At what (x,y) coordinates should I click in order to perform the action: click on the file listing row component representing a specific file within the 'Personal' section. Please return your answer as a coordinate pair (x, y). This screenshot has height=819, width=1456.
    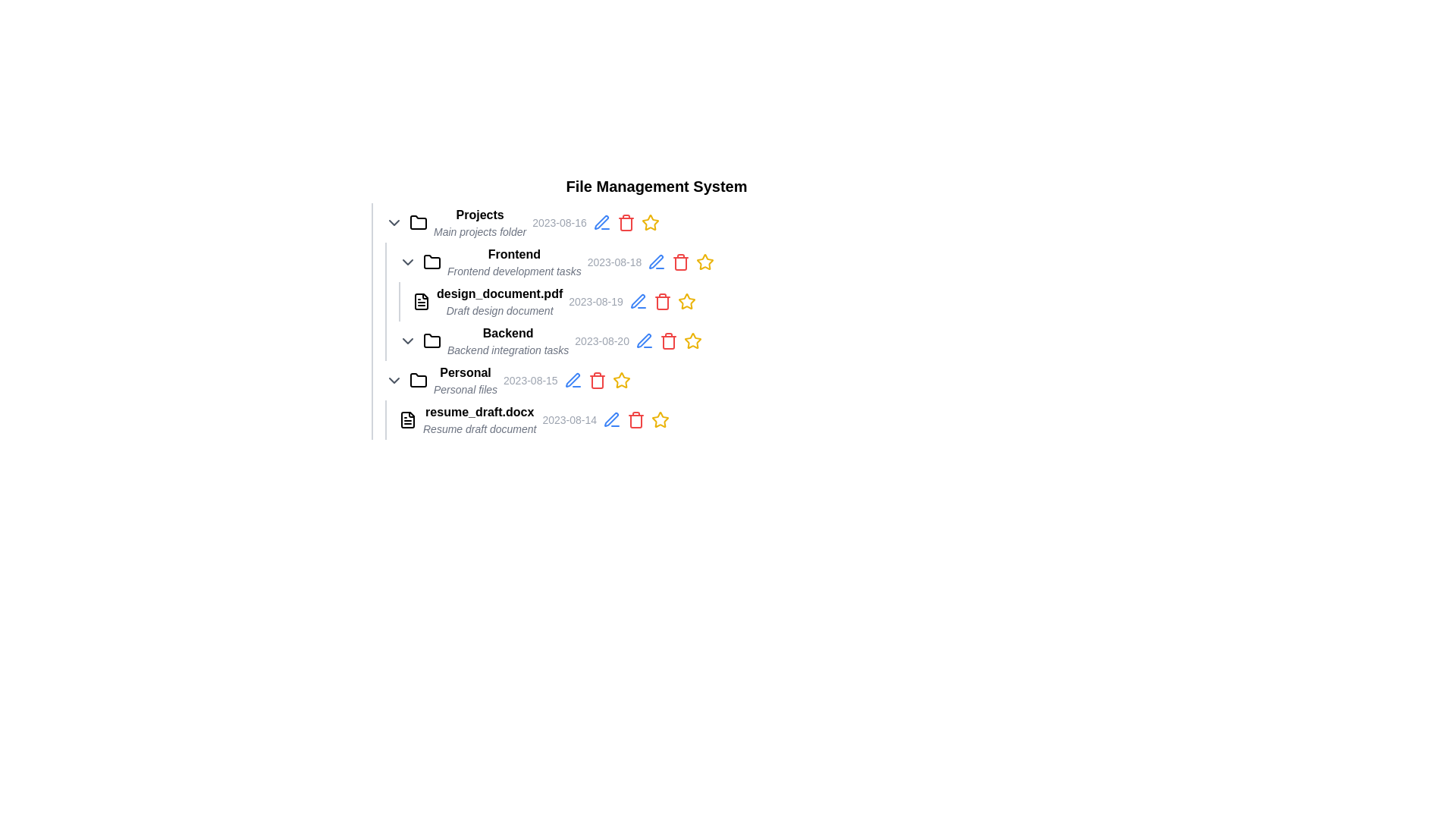
    Looking at the image, I should click on (663, 420).